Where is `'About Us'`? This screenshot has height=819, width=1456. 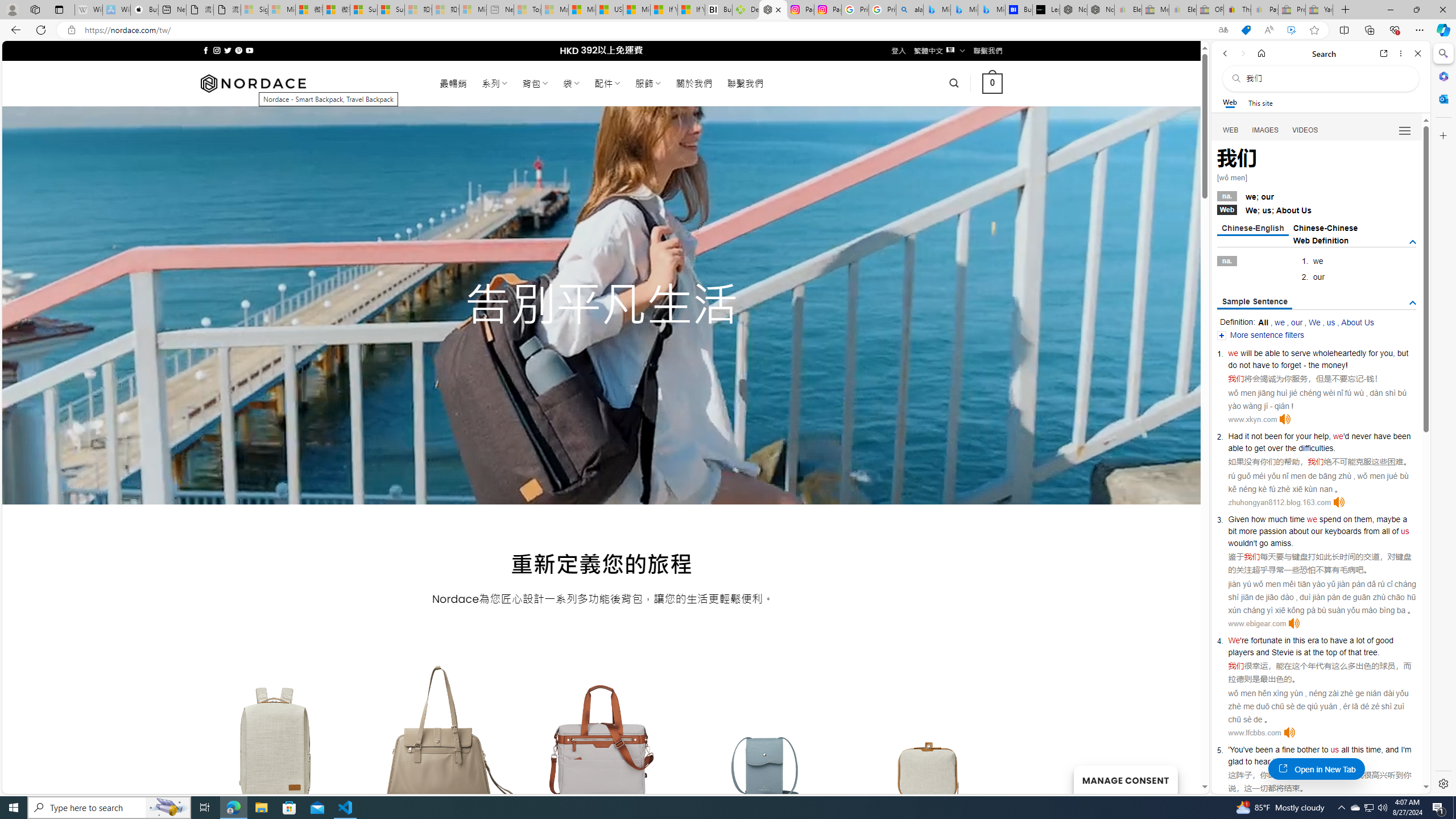
'About Us' is located at coordinates (1357, 322).